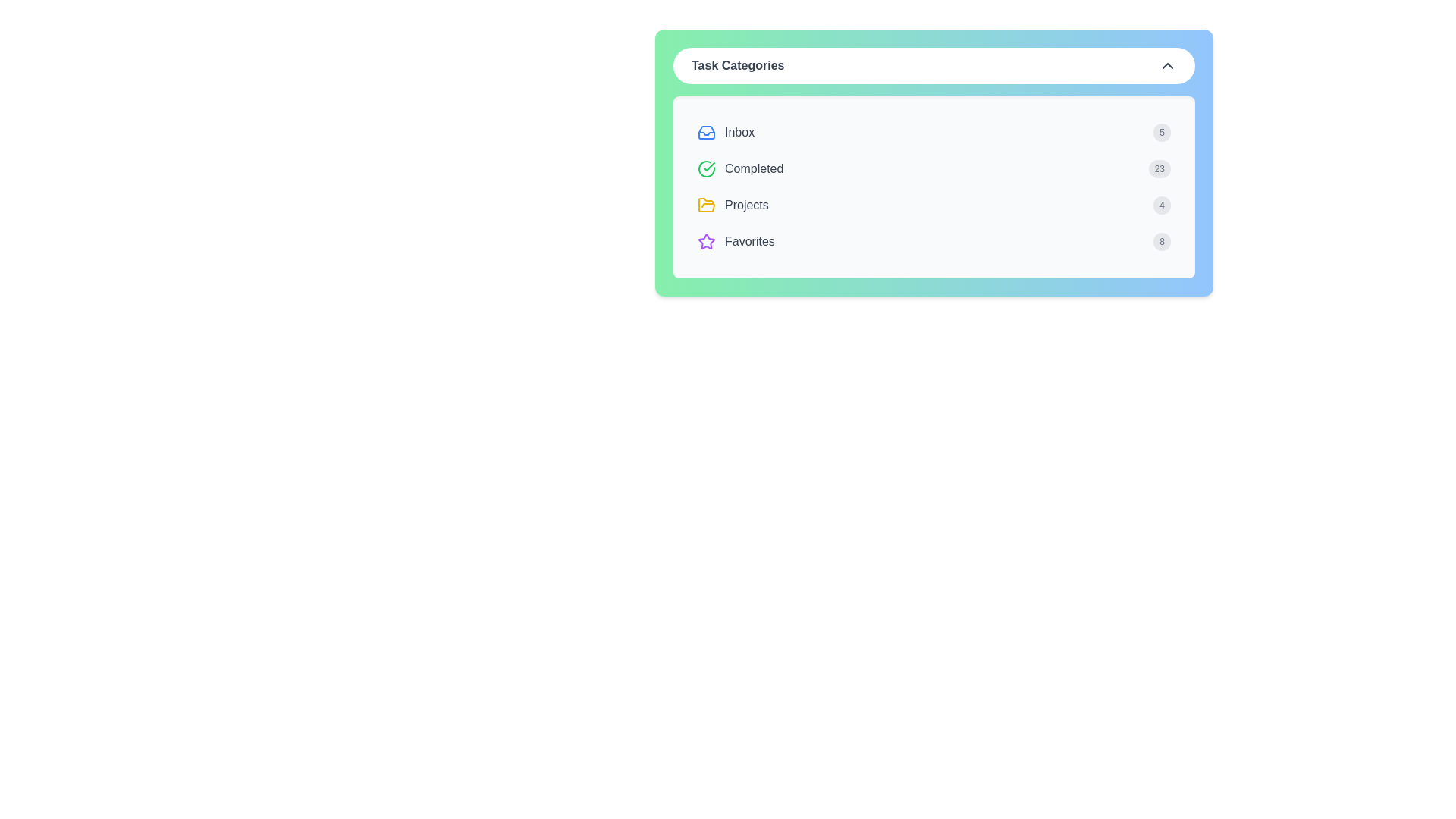 This screenshot has width=1456, height=819. What do you see at coordinates (736, 241) in the screenshot?
I see `the 'Favorites' list item, which features a purple star icon and a gray text label` at bounding box center [736, 241].